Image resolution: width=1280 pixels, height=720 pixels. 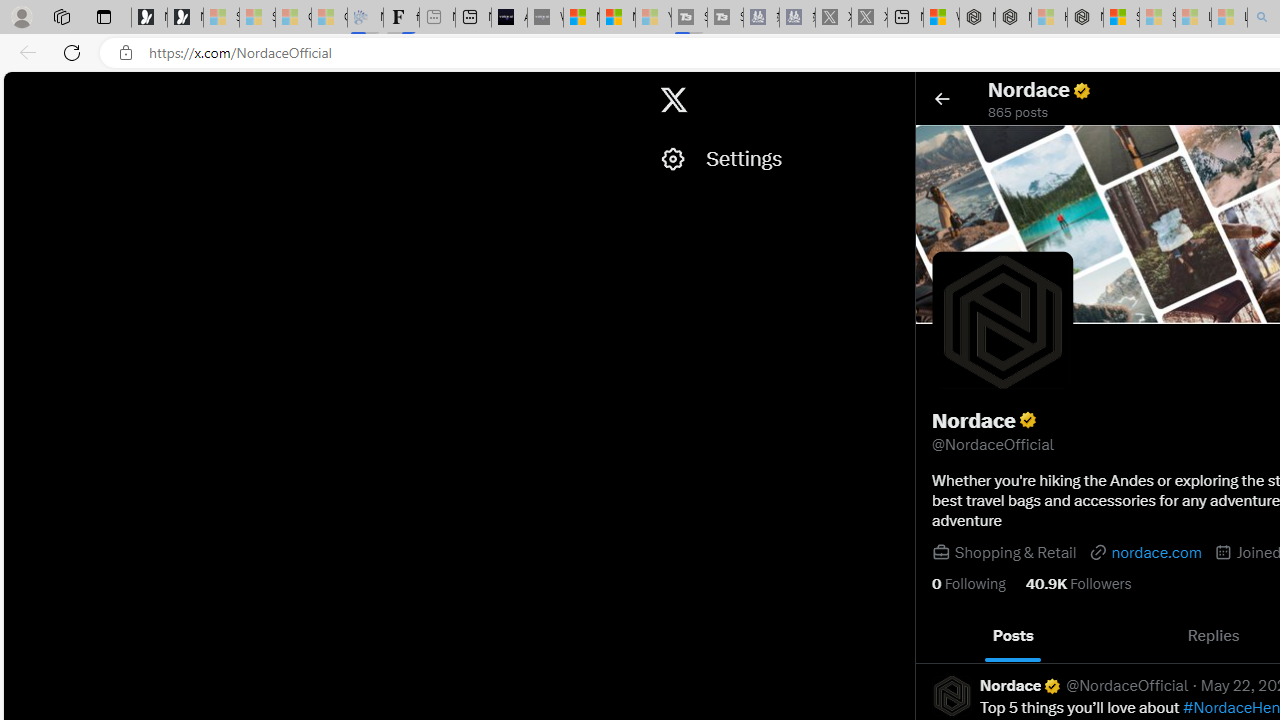 I want to click on 'Nordace Verified account', so click(x=1021, y=684).